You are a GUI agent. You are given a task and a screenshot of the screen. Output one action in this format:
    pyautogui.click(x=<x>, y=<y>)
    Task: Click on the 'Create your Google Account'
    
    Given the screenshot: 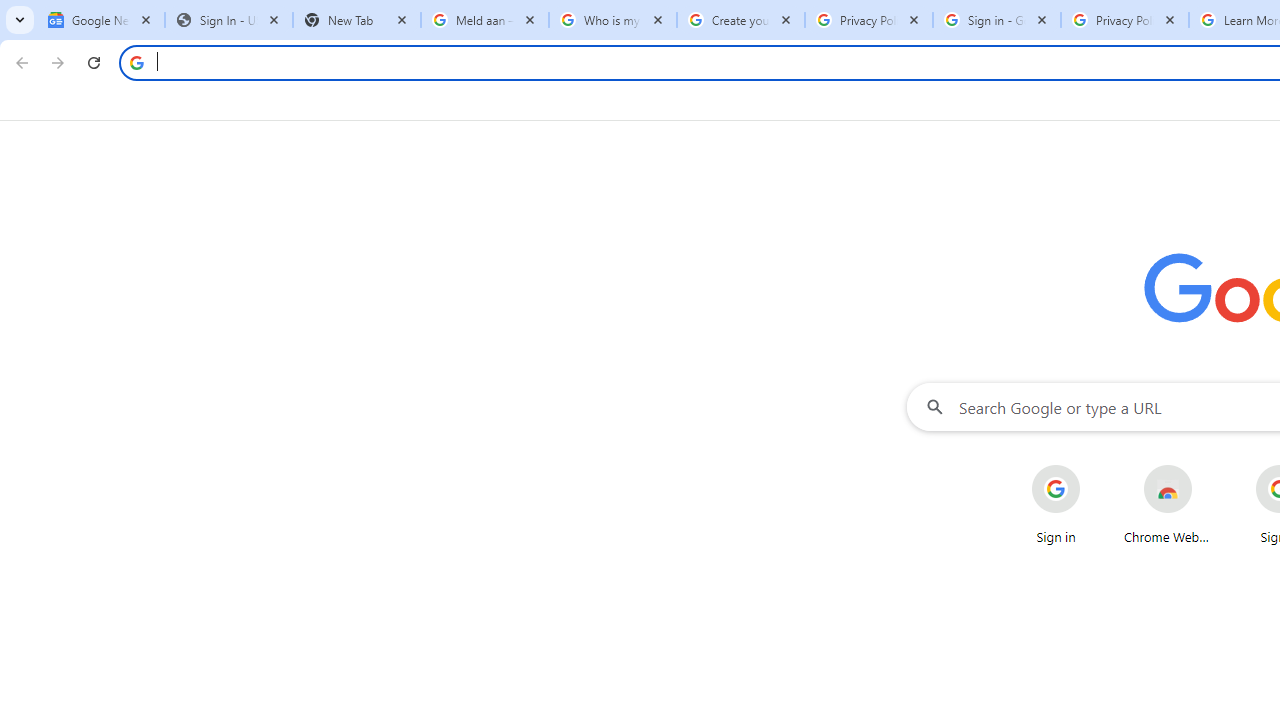 What is the action you would take?
    pyautogui.click(x=740, y=20)
    